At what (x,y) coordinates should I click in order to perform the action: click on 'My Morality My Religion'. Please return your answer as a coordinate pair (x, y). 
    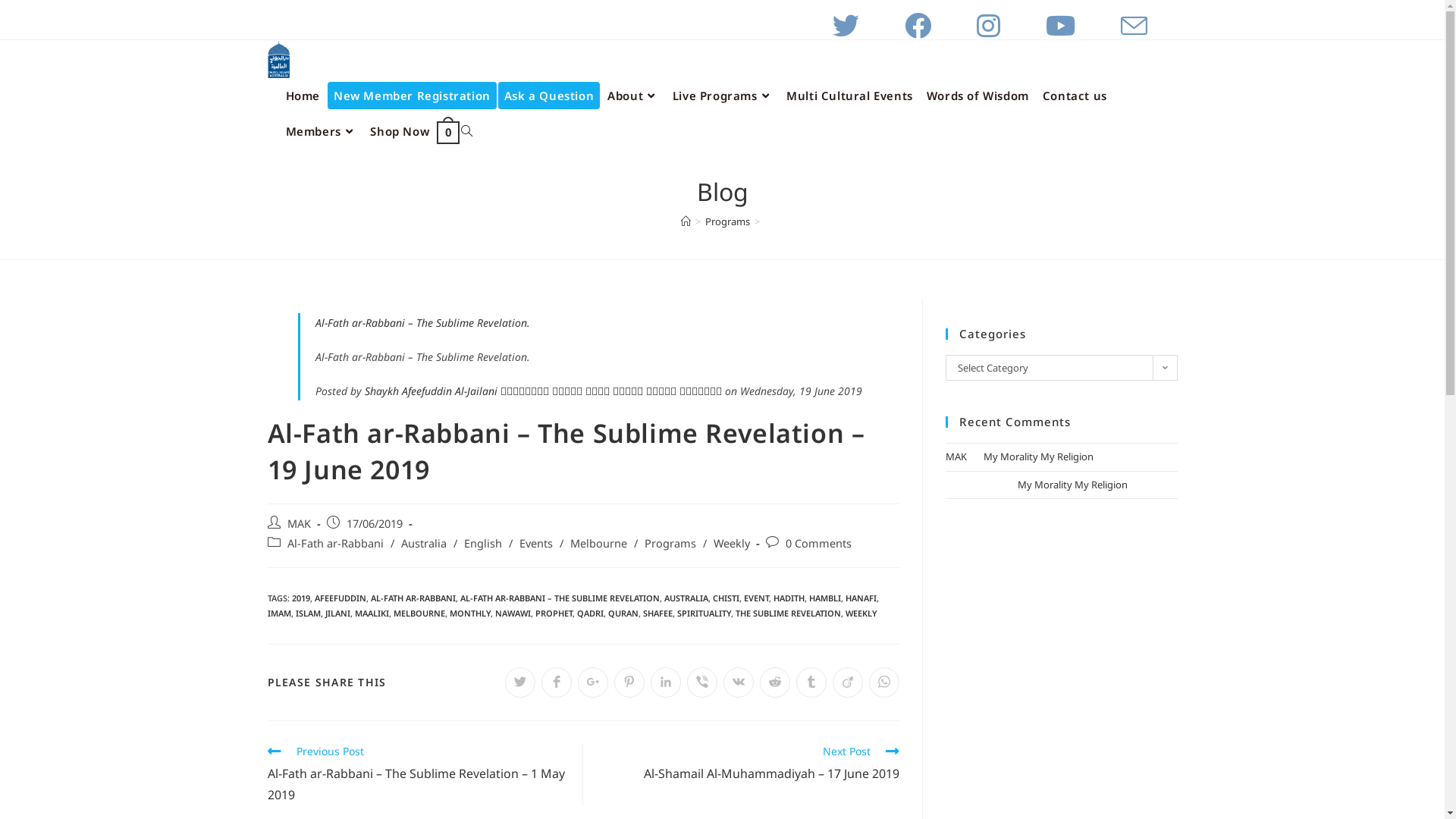
    Looking at the image, I should click on (1018, 485).